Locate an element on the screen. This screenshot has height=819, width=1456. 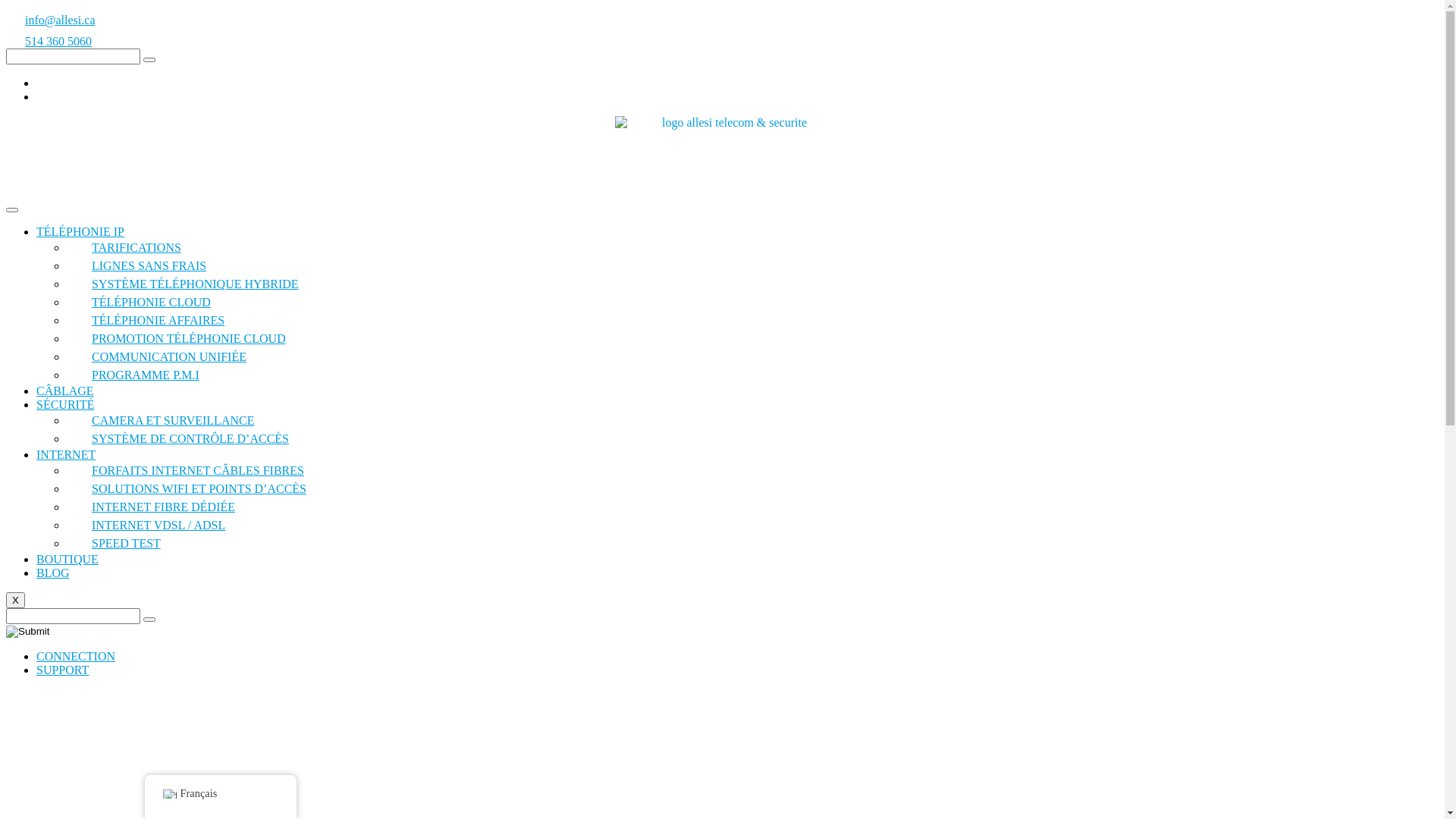
'CONNECTION' is located at coordinates (36, 655).